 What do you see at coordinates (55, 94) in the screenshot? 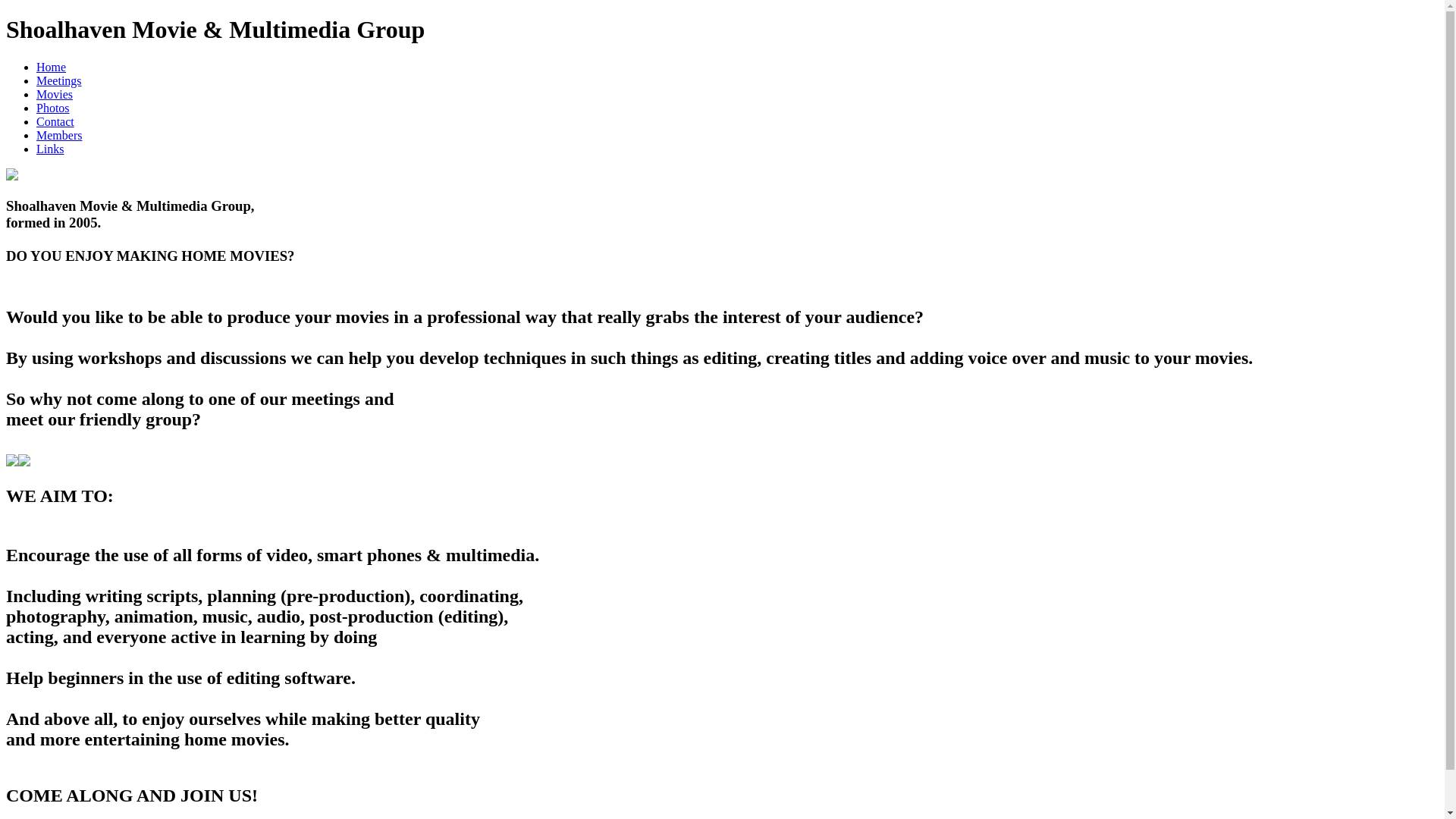
I see `'Movies'` at bounding box center [55, 94].